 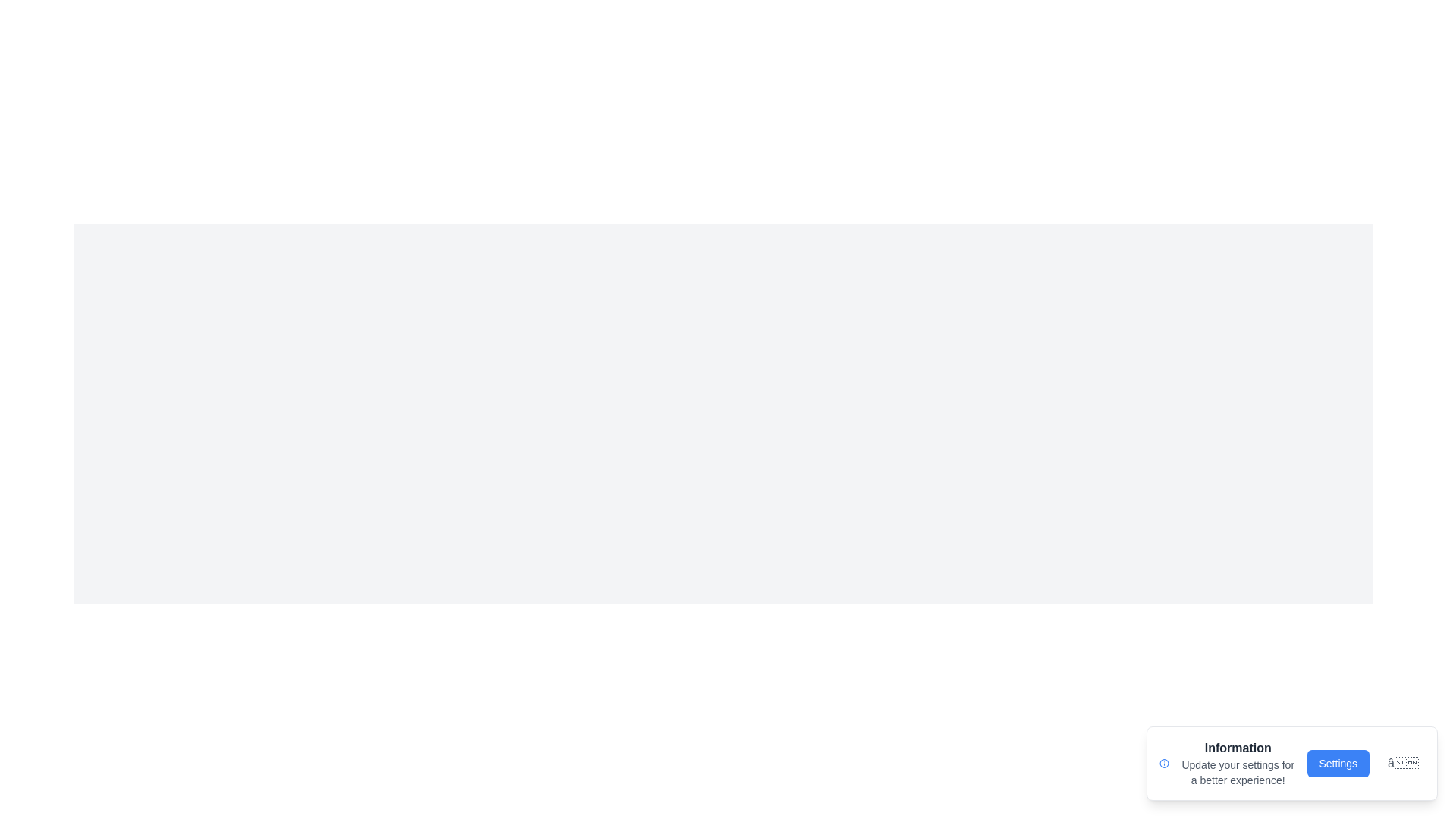 I want to click on the close button to dismiss the snackbar, so click(x=1401, y=763).